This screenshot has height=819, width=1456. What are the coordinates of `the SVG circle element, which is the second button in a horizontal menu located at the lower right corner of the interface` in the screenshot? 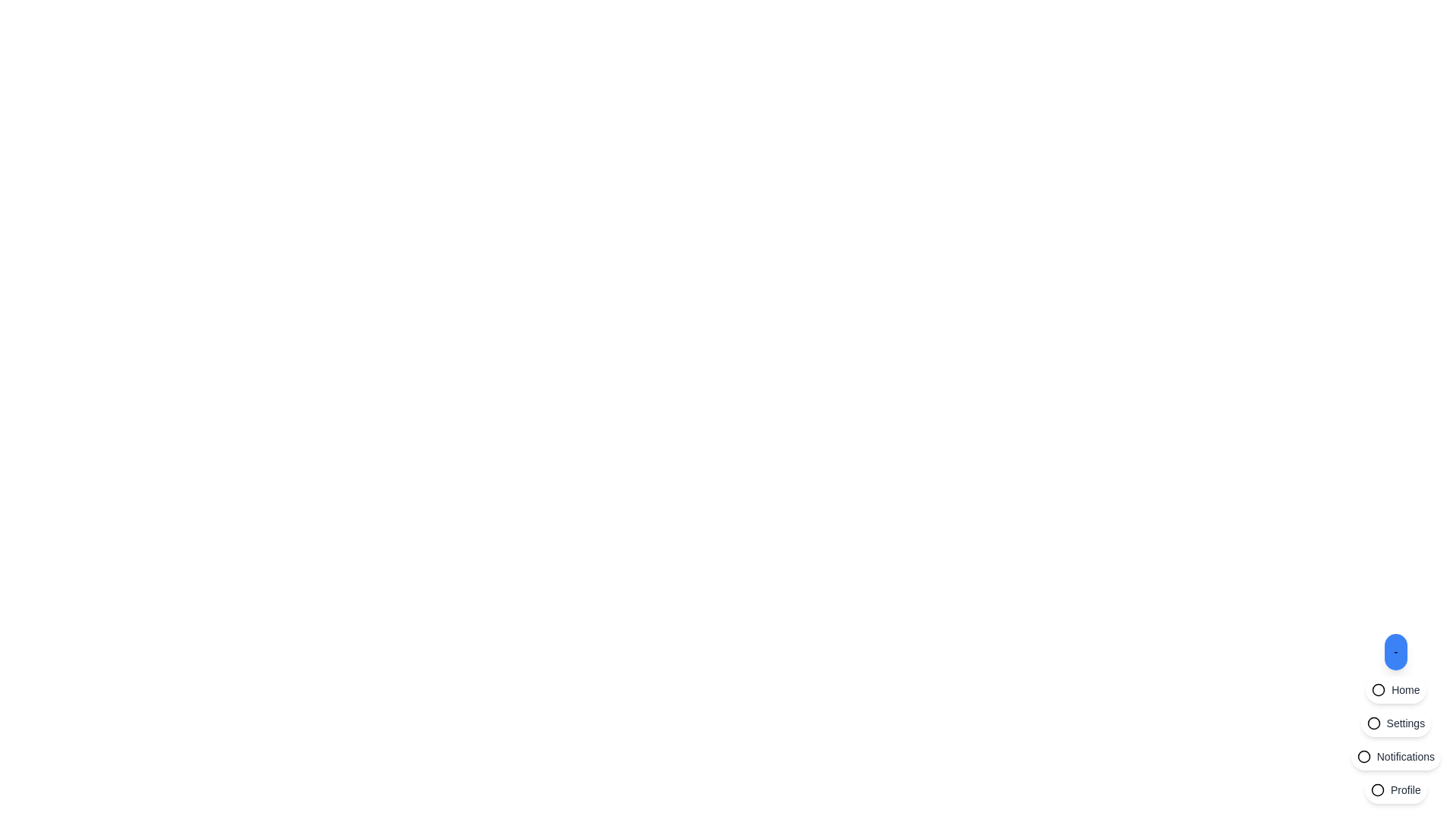 It's located at (1379, 690).